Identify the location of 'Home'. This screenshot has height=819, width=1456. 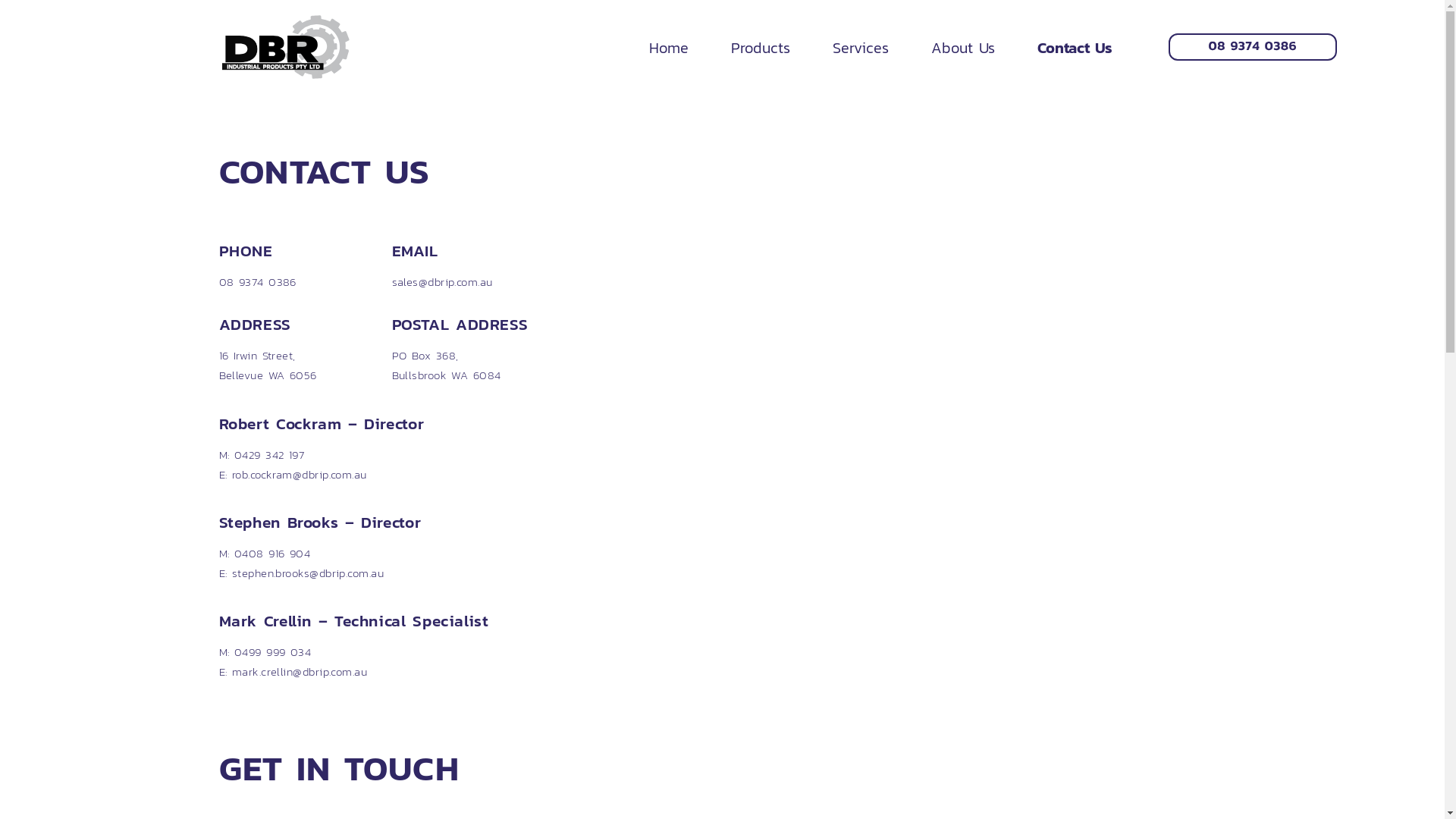
(668, 46).